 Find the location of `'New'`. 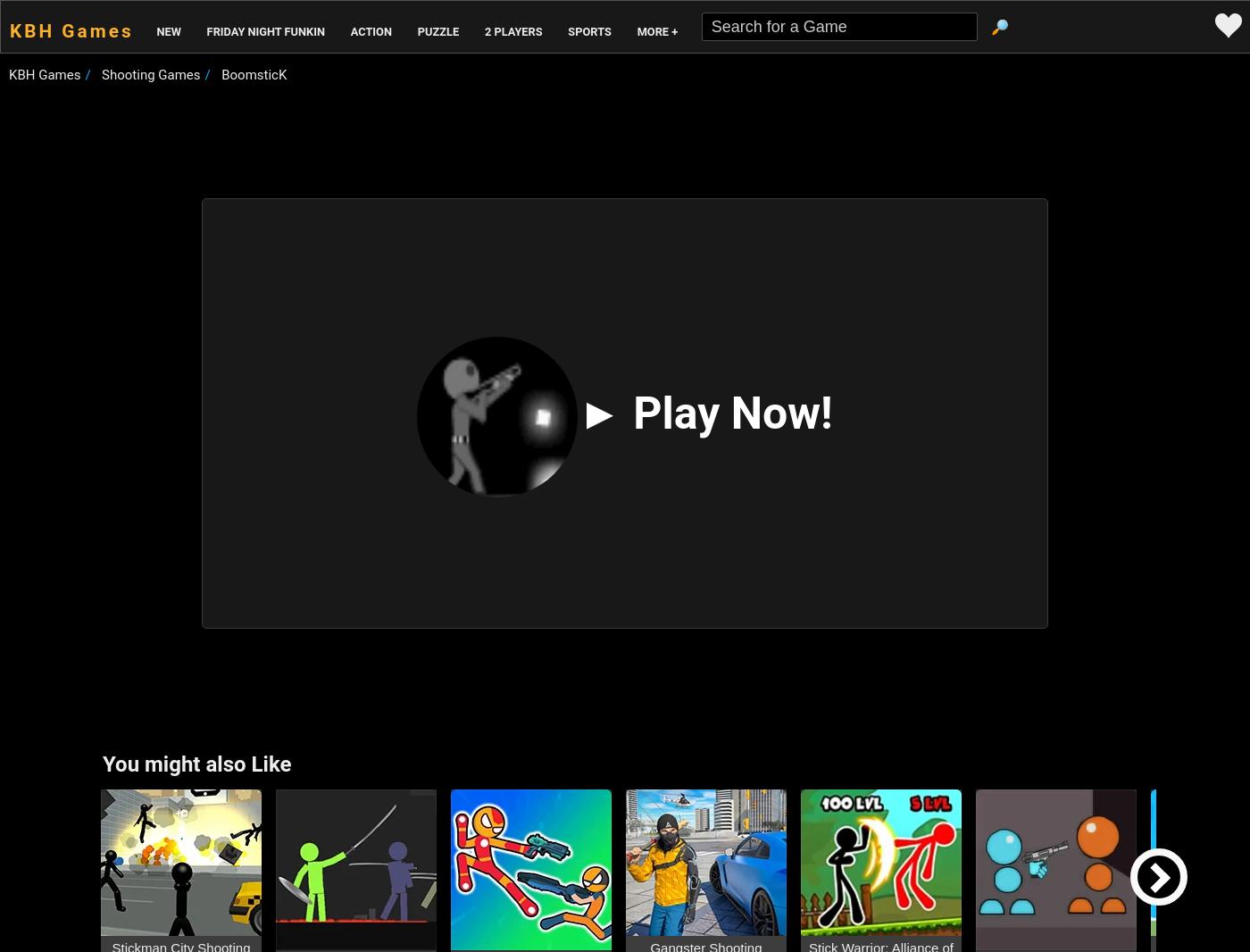

'New' is located at coordinates (168, 30).